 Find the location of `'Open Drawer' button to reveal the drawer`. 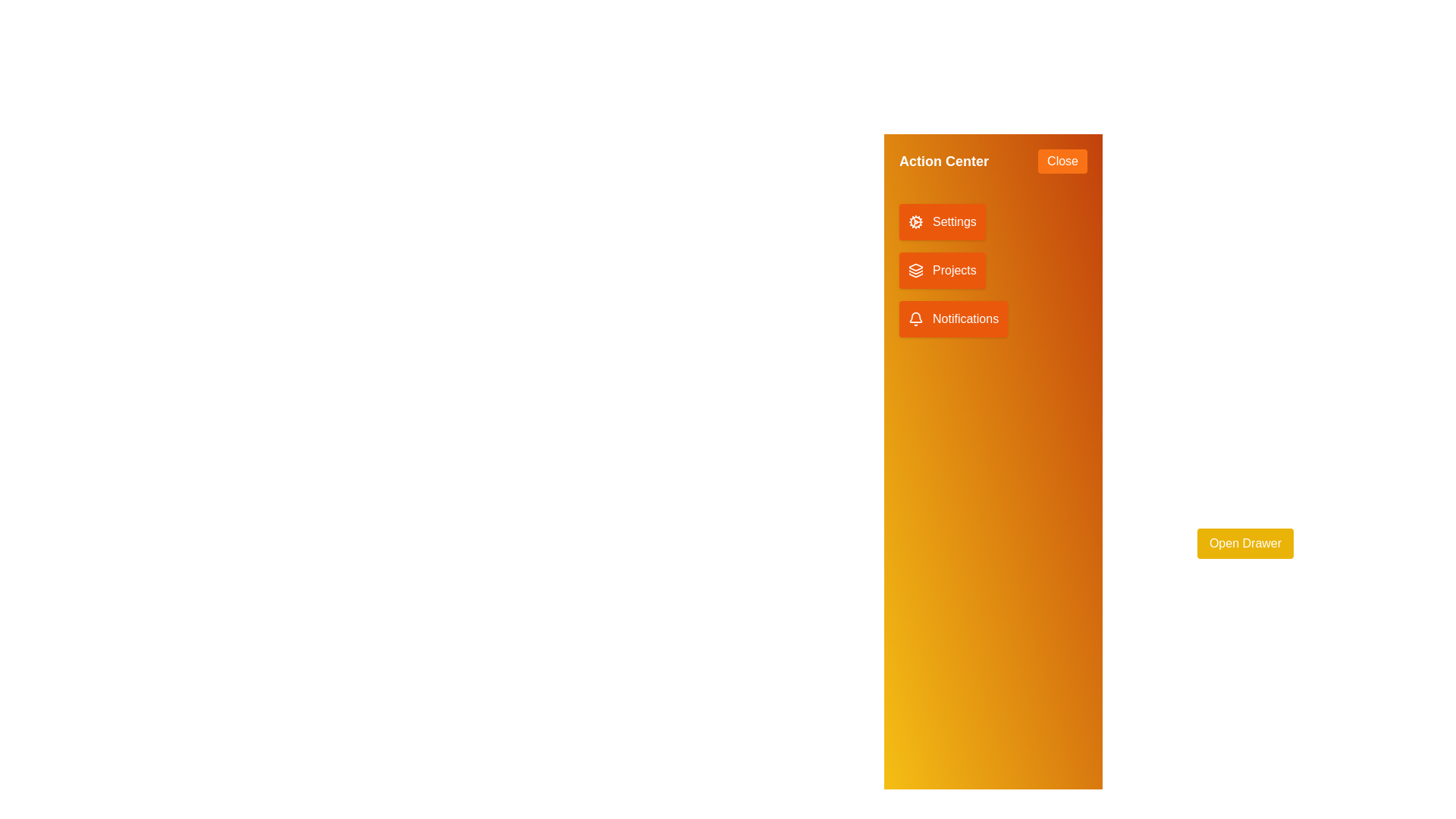

'Open Drawer' button to reveal the drawer is located at coordinates (1245, 543).